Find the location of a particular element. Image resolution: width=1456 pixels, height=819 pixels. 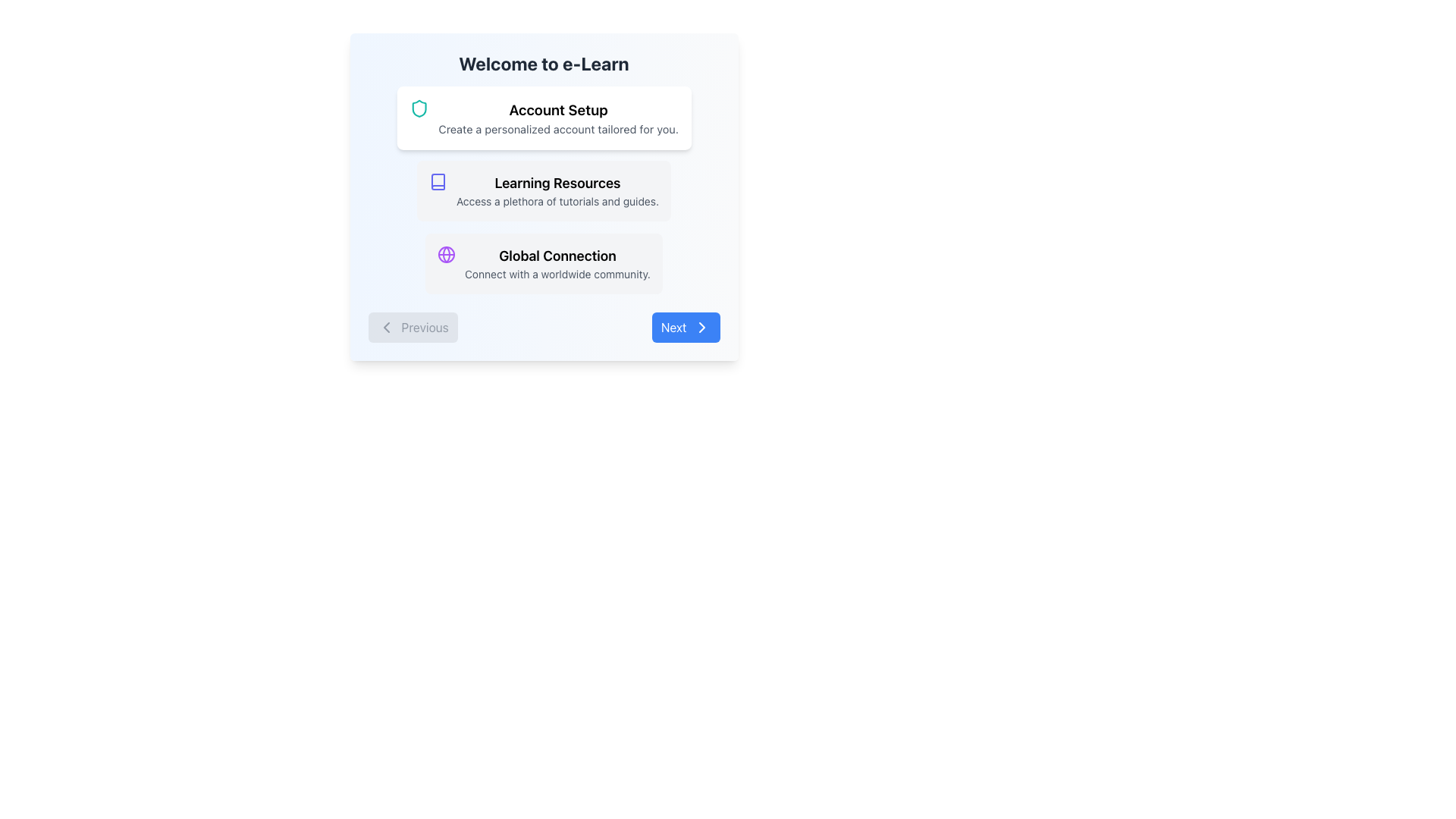

the icon resembling a rectangular book or binder, which is associated with the 'Learning Resources' label is located at coordinates (438, 180).